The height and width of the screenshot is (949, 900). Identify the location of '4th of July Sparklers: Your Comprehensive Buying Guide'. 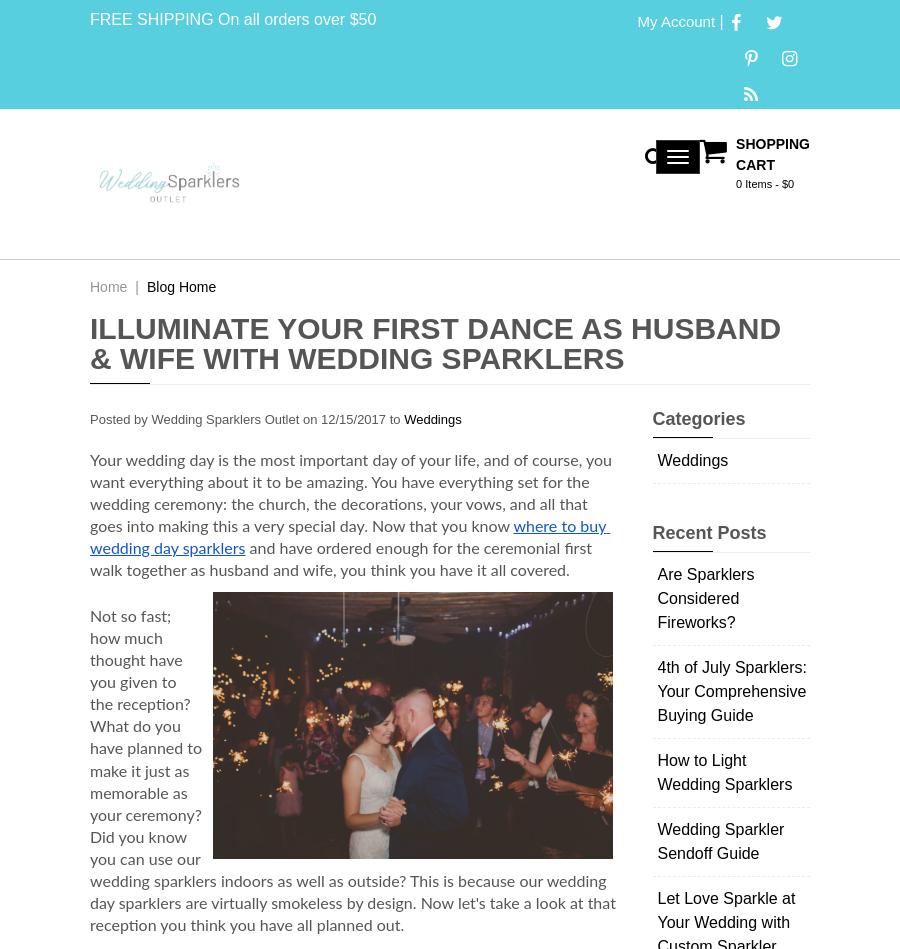
(730, 691).